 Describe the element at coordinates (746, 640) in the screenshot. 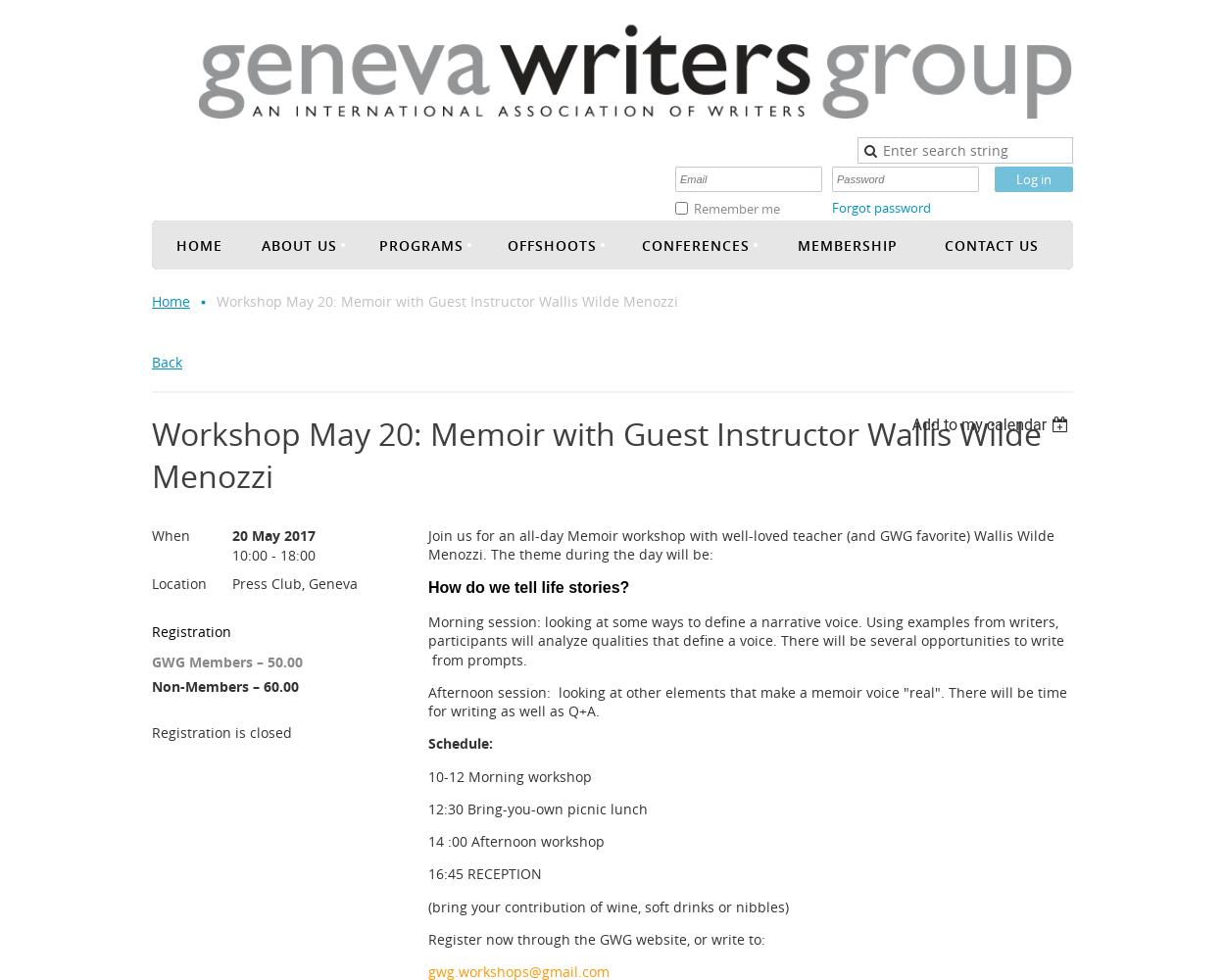

I see `'Morning session: looking at some ways to define a narrative voice. Using examples from writers, participants will analyze qualities that define a voice. There will be several opportunities to write  from prompts.'` at that location.